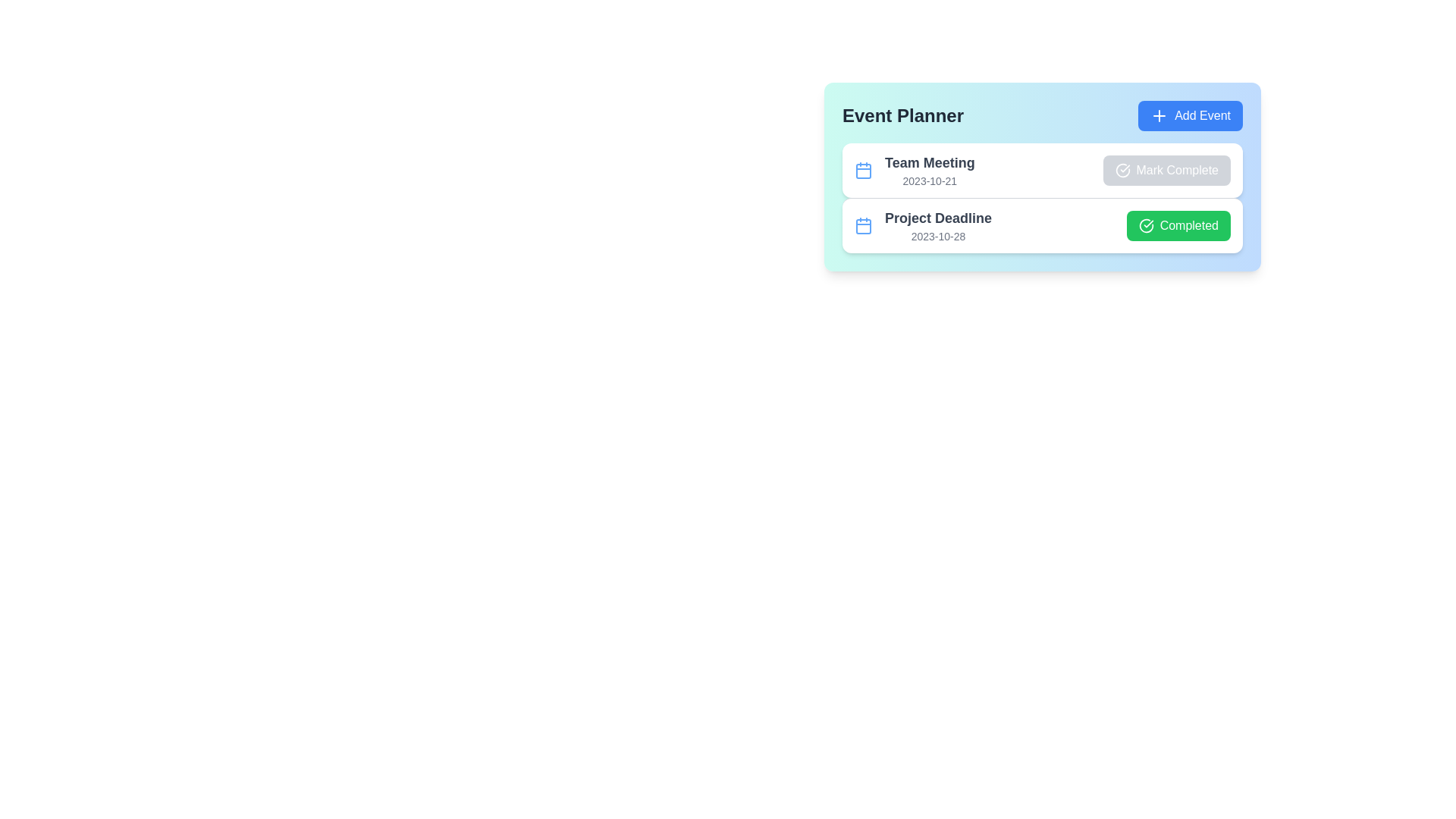  Describe the element at coordinates (863, 170) in the screenshot. I see `the calendar icon for the event 'Team Meeting'` at that location.